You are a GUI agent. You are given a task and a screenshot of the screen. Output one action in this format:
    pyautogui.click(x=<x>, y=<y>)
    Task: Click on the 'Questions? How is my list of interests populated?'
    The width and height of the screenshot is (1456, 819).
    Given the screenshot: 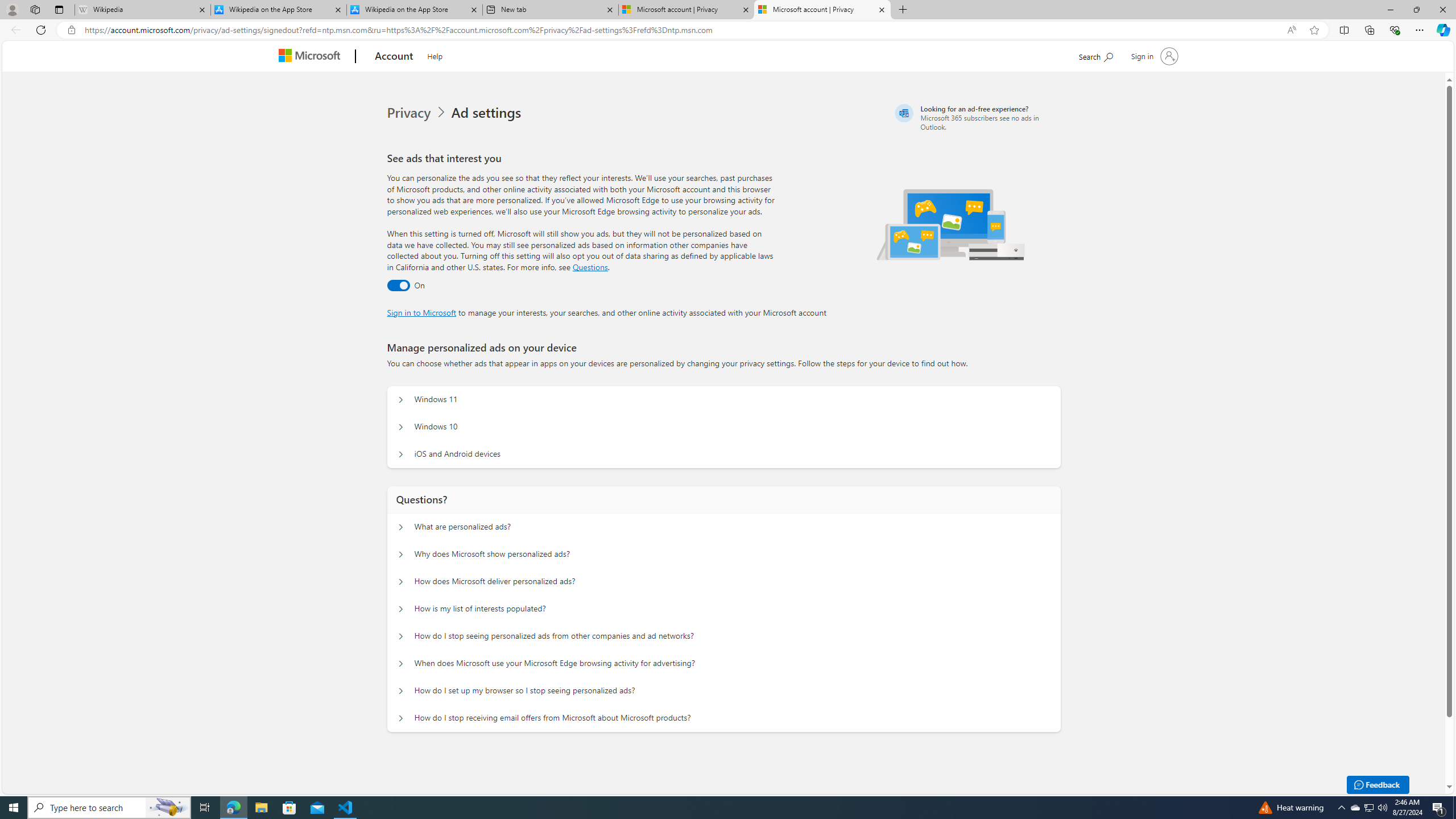 What is the action you would take?
    pyautogui.click(x=401, y=608)
    